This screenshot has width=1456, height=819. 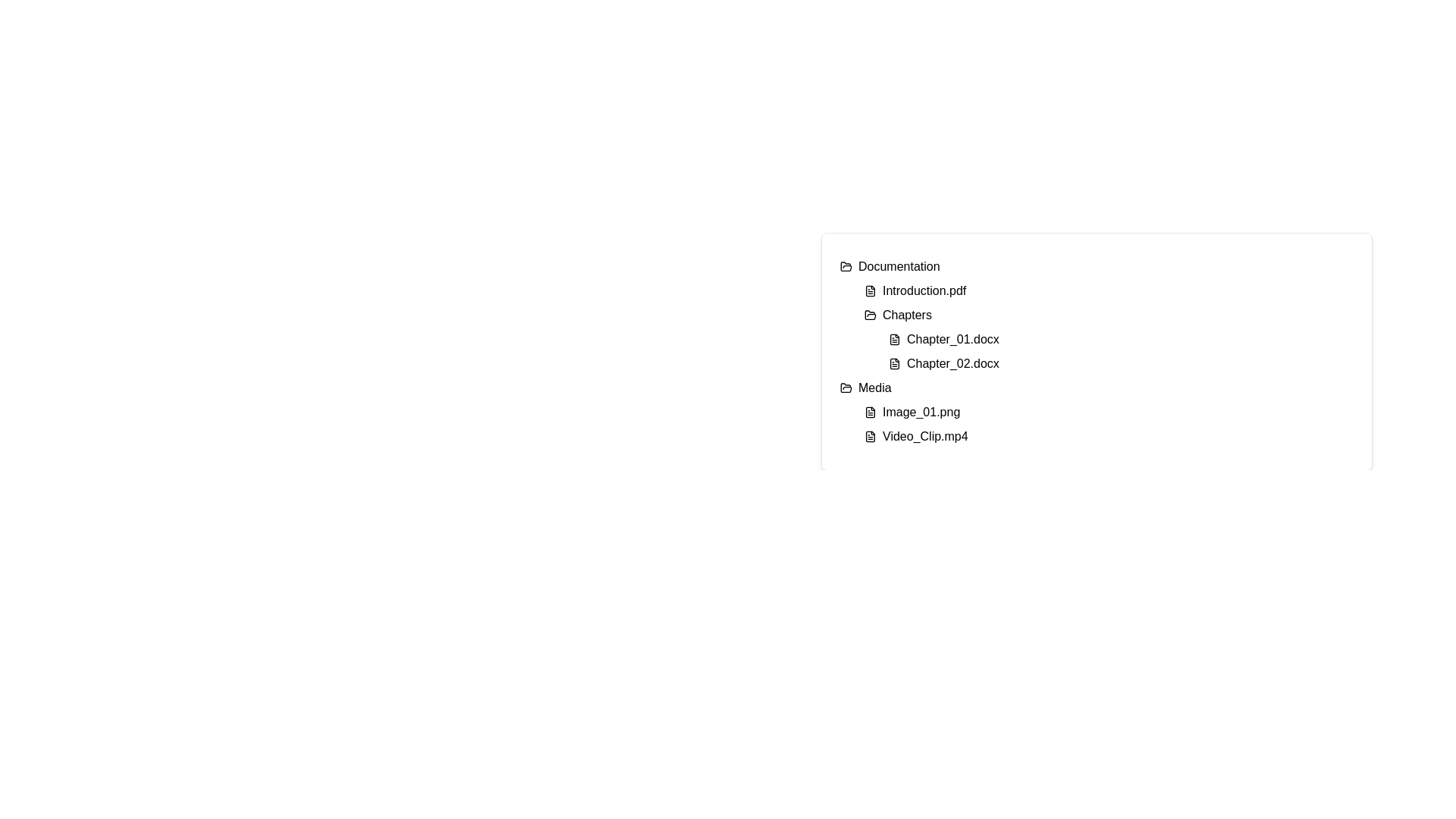 I want to click on the text label displaying 'Introduction.pdf' located under the 'Documentation' section, so click(x=924, y=291).